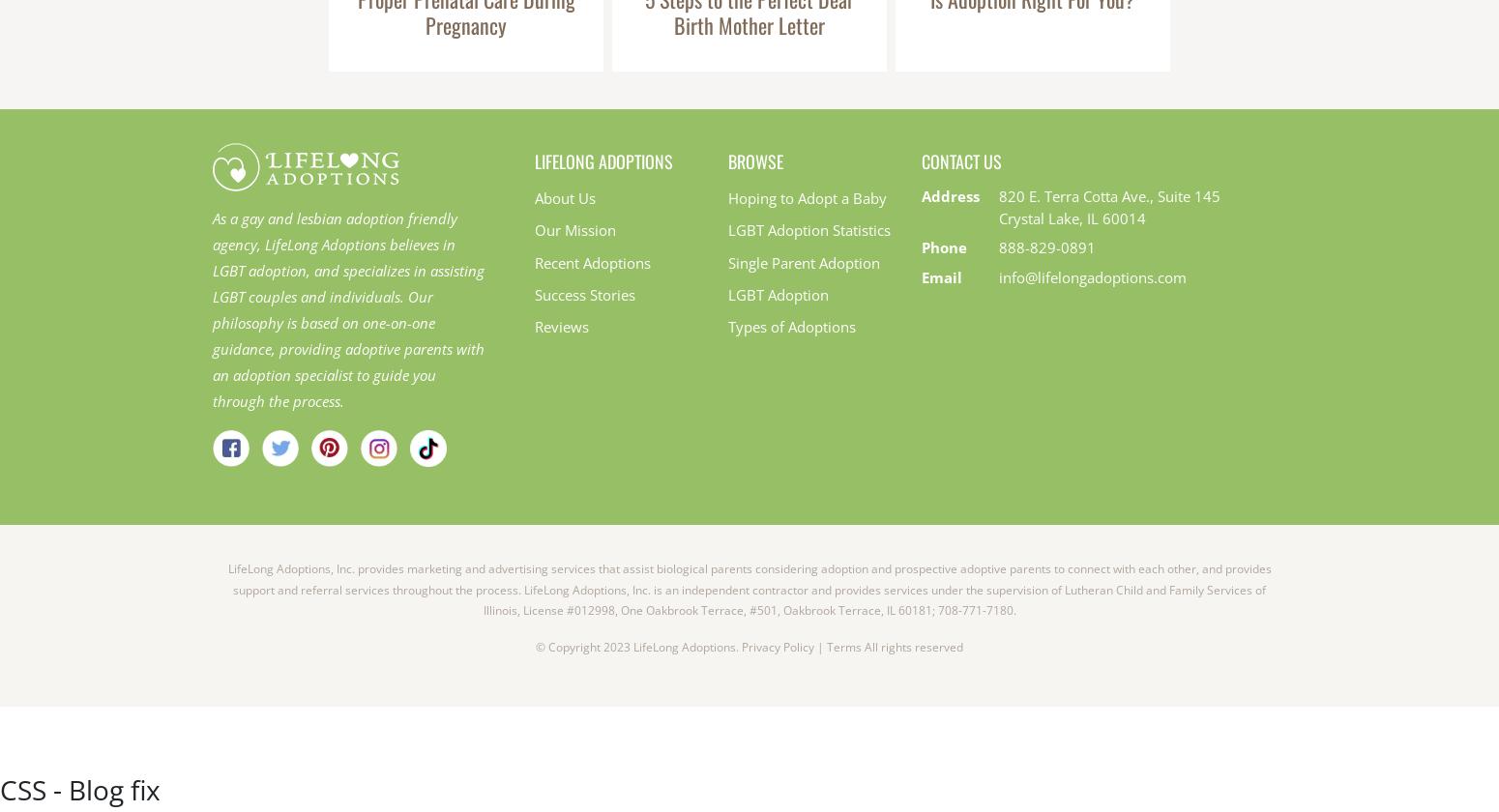 This screenshot has height=812, width=1499. What do you see at coordinates (593, 261) in the screenshot?
I see `'Recent Adoptions'` at bounding box center [593, 261].